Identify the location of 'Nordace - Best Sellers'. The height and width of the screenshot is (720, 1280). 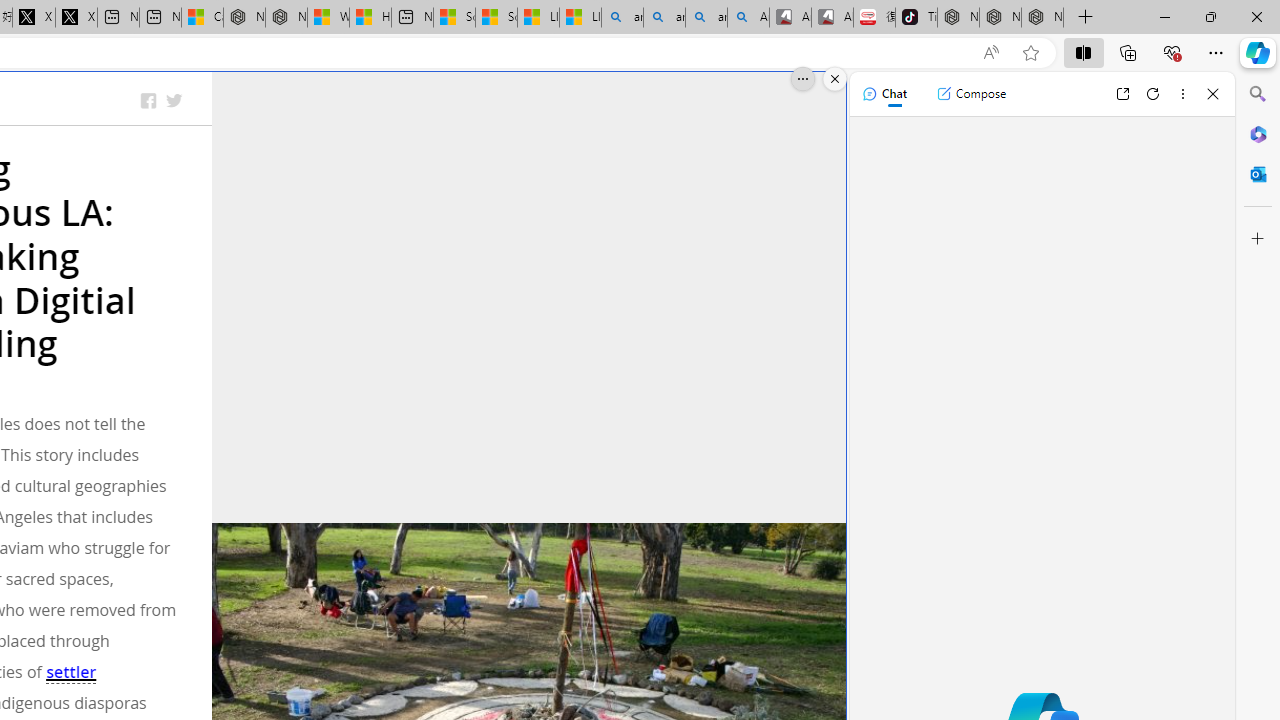
(957, 17).